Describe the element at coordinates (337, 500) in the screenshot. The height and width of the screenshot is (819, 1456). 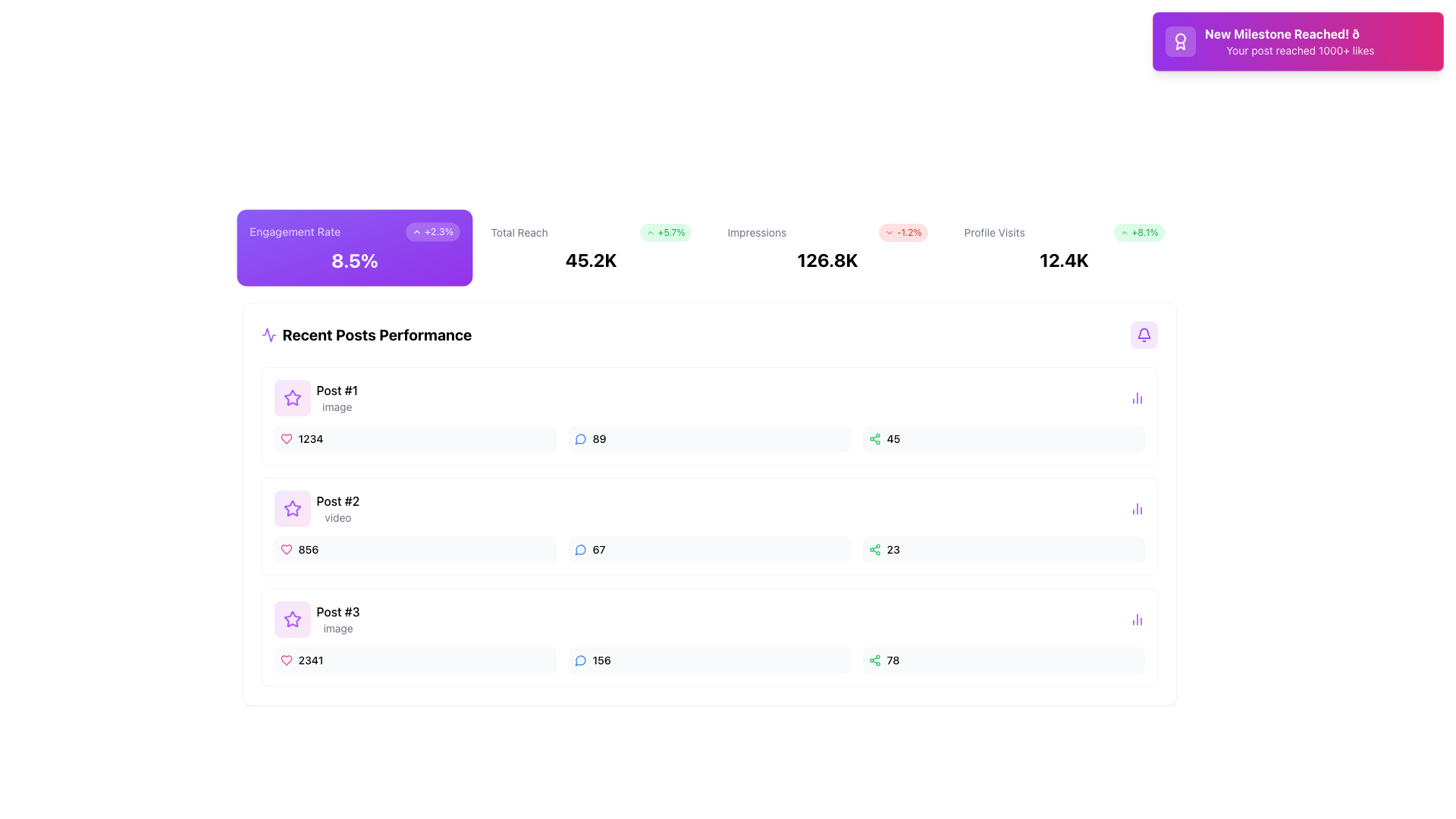
I see `text from the title label located in the 'Recent Posts Performance' section, which is aligned left in the second row entry` at that location.